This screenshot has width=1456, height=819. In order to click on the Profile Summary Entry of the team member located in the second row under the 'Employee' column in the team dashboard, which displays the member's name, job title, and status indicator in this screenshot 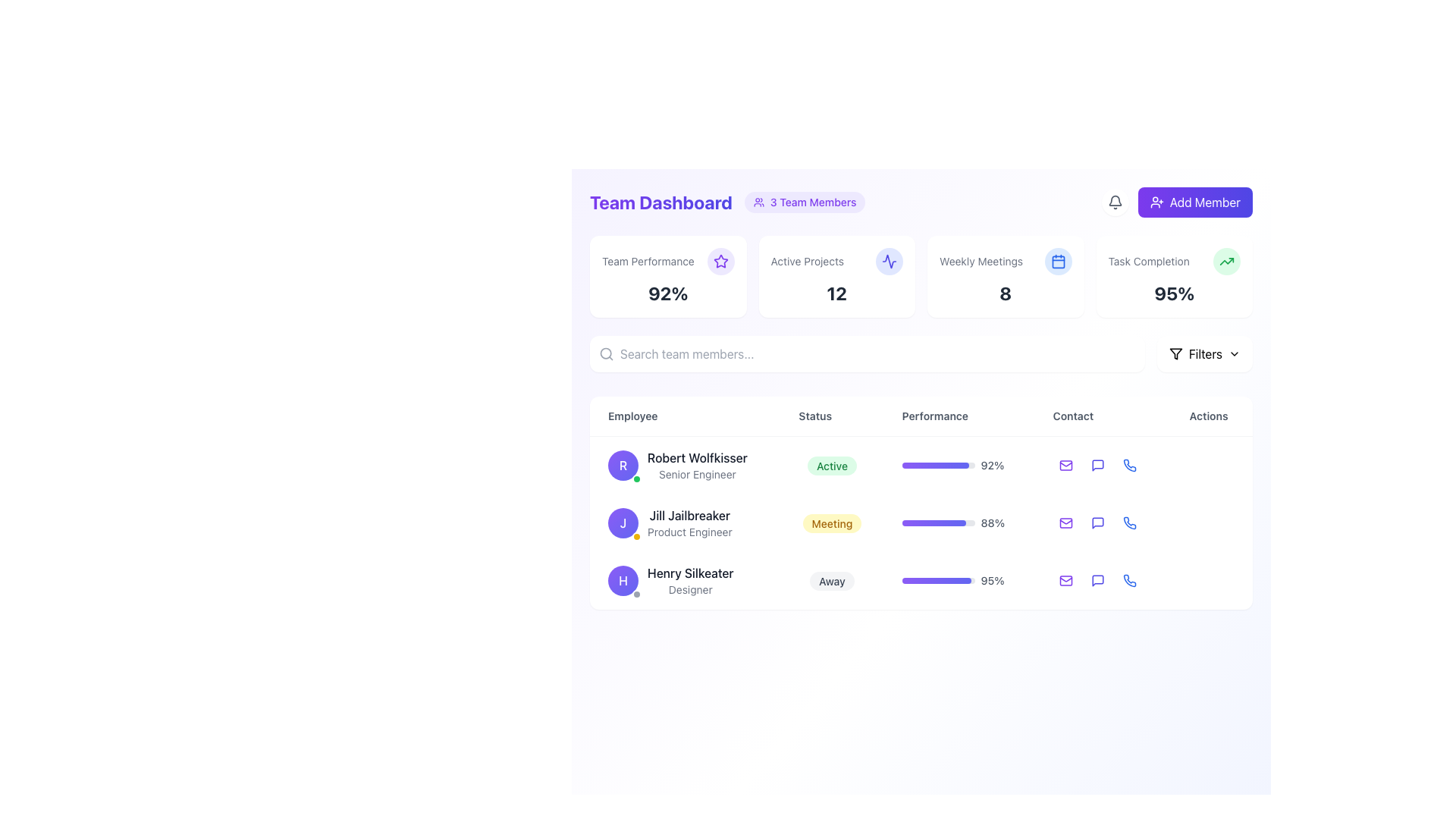, I will do `click(684, 522)`.